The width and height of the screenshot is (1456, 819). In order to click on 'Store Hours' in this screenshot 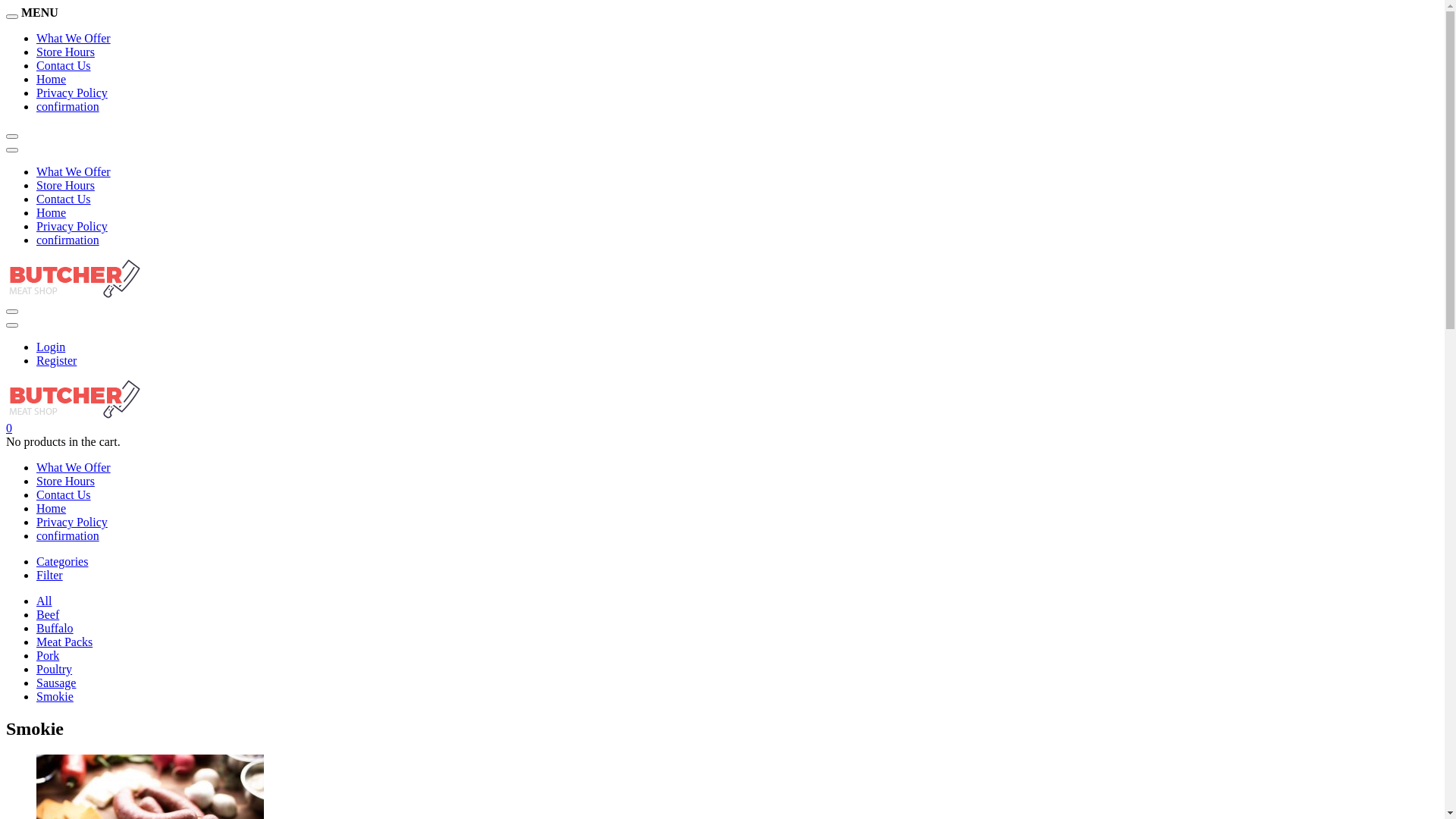, I will do `click(36, 184)`.